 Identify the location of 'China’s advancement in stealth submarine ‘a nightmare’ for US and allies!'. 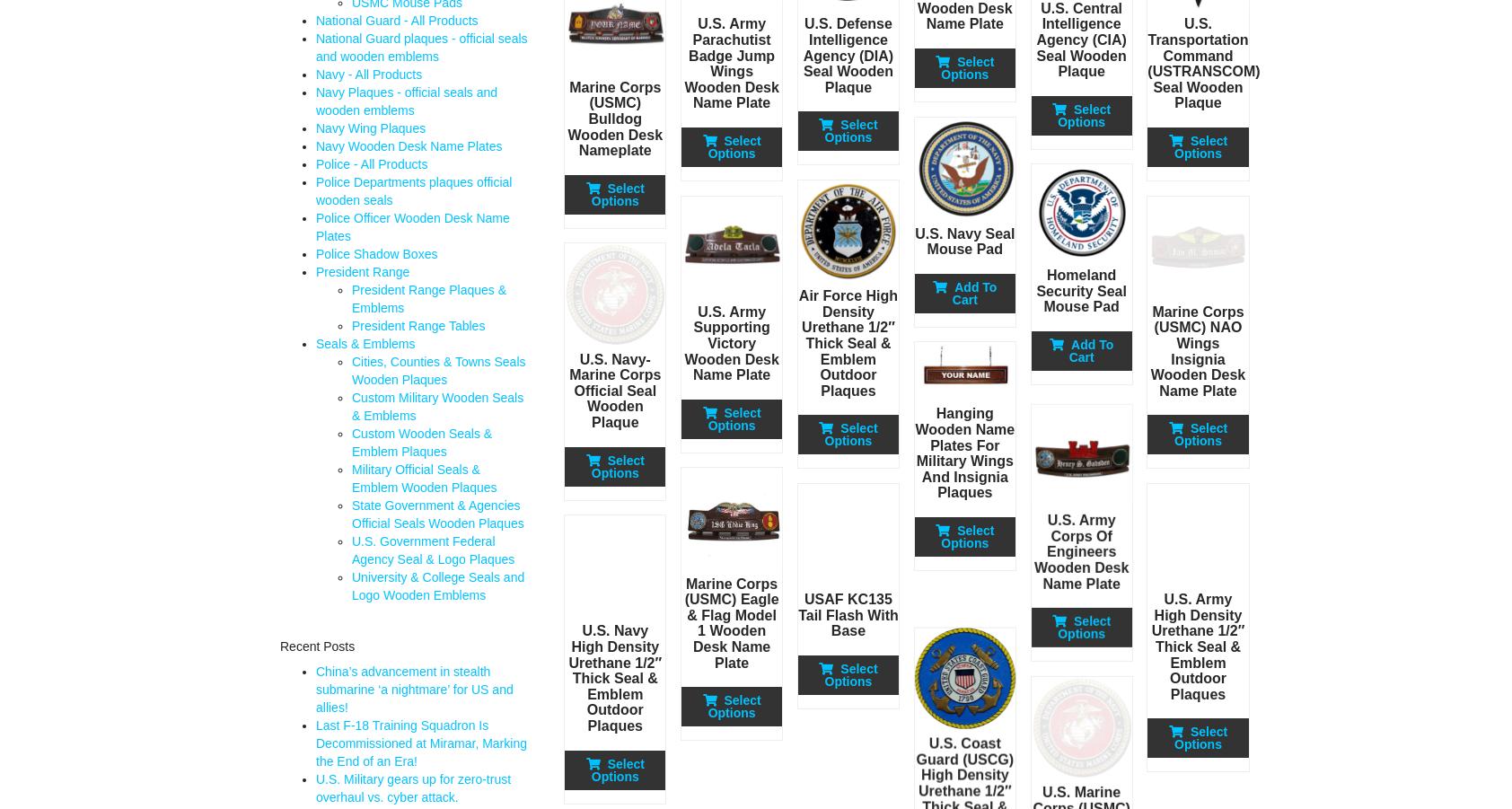
(413, 689).